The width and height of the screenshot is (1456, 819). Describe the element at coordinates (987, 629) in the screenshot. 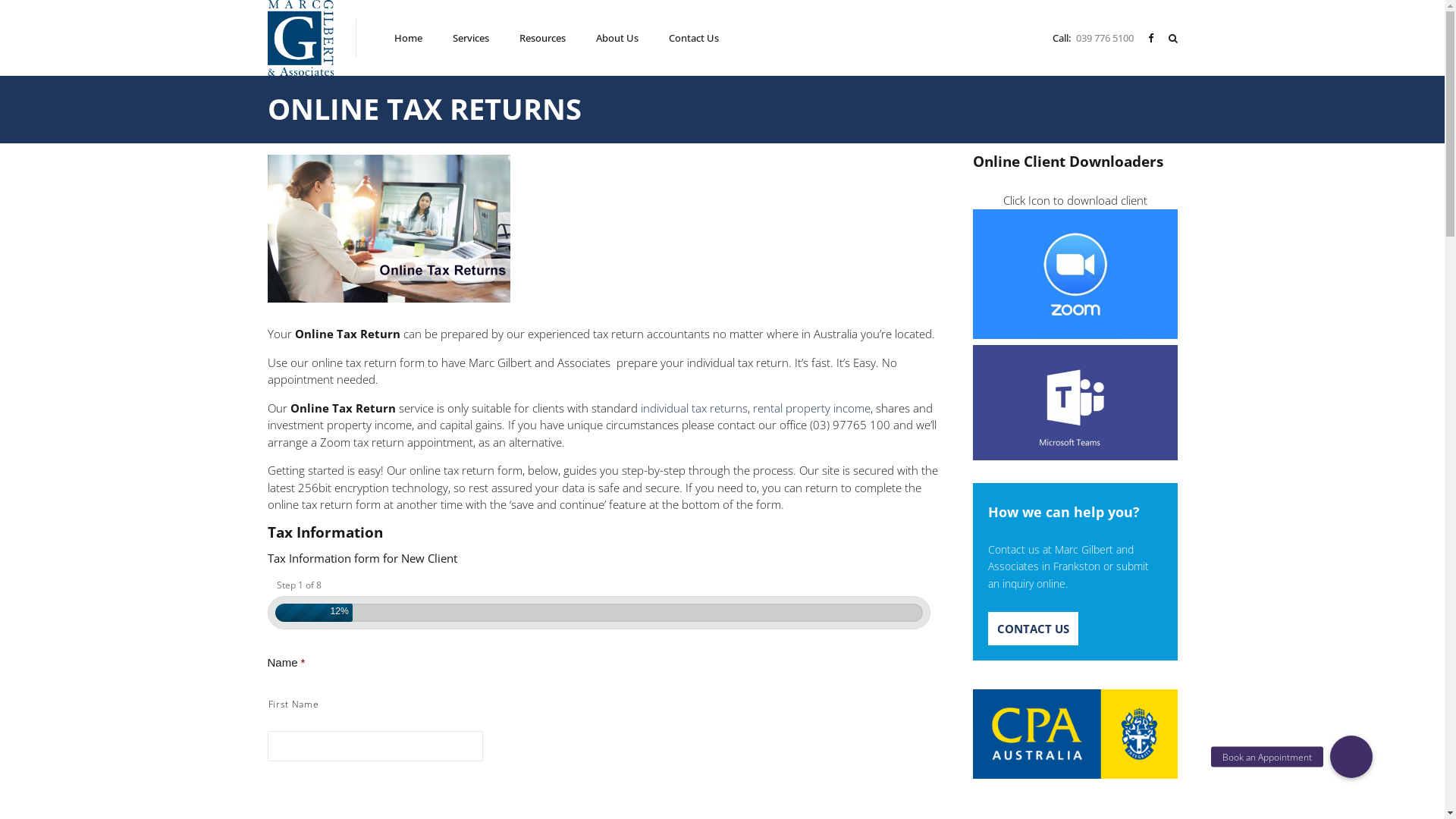

I see `'CONTACT US'` at that location.